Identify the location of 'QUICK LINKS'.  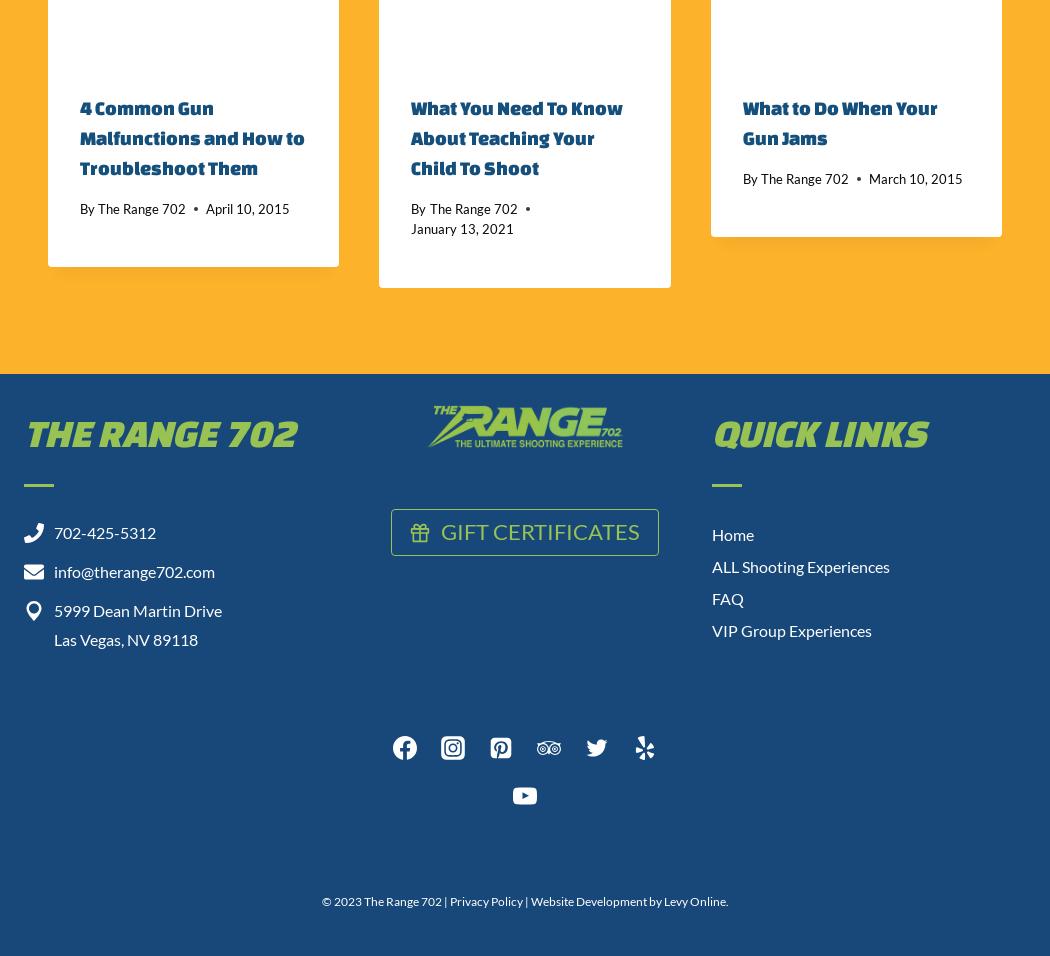
(818, 432).